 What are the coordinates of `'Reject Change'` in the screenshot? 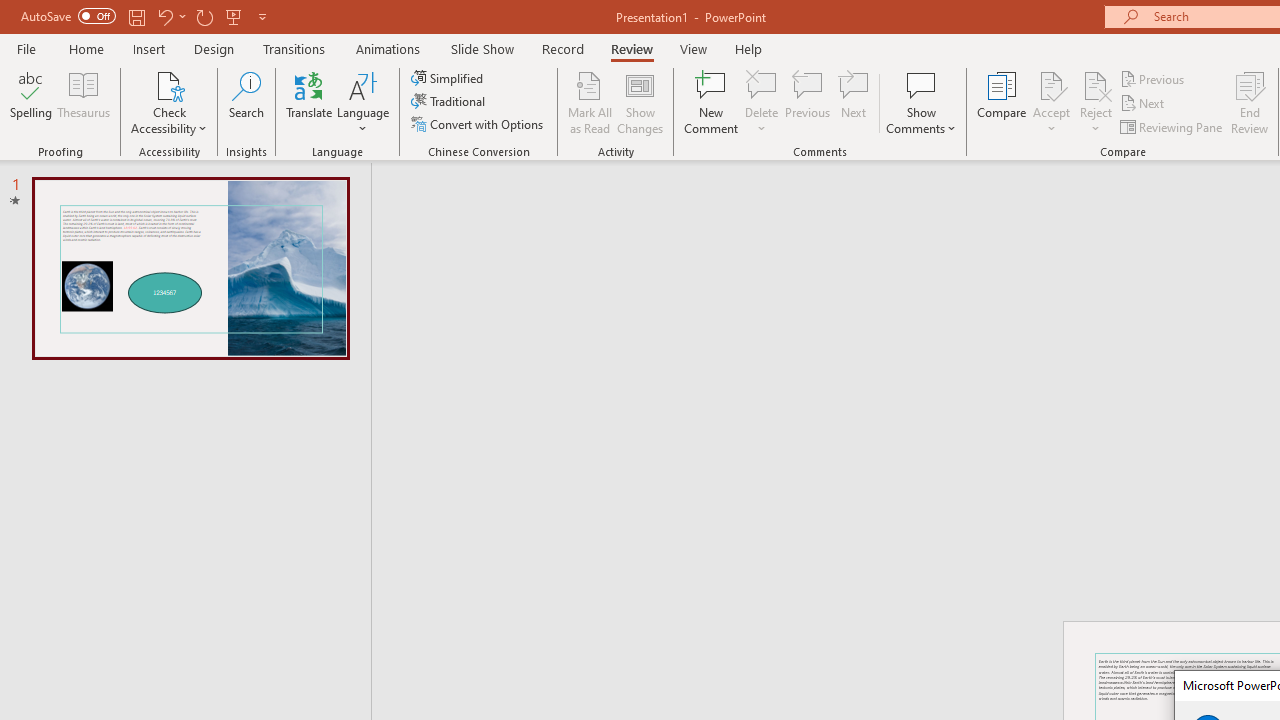 It's located at (1095, 84).